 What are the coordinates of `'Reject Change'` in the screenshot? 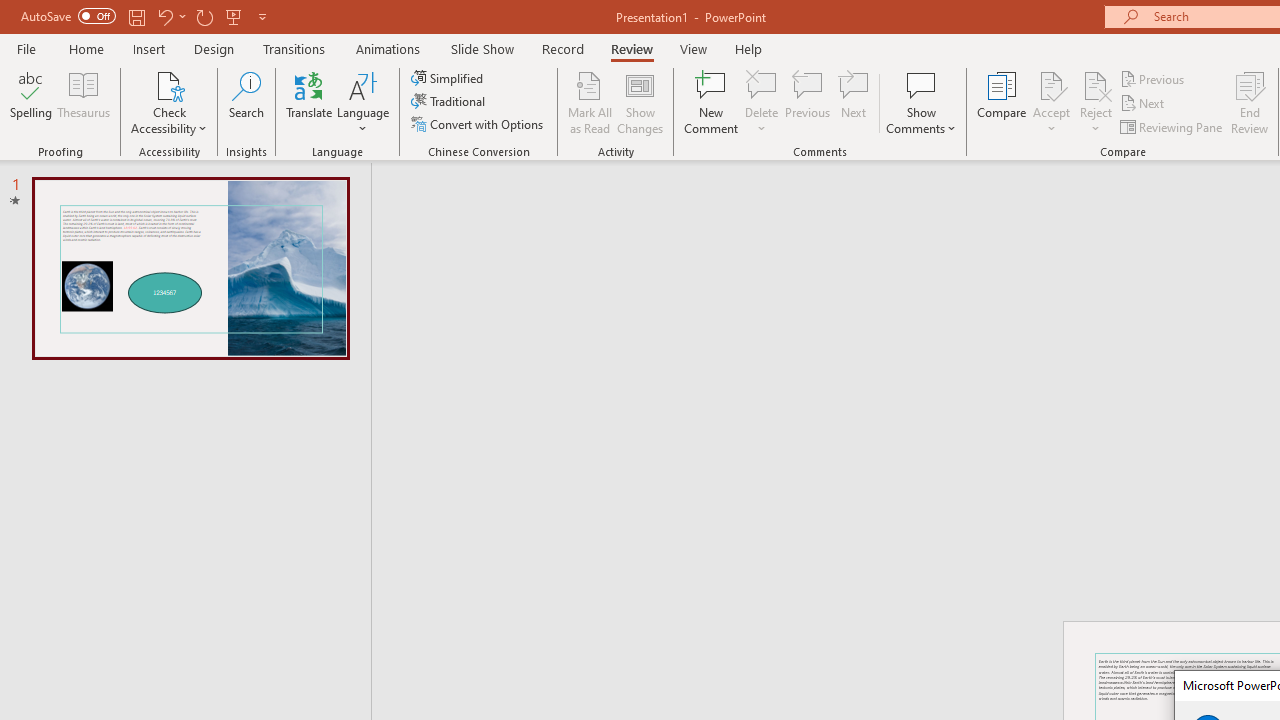 It's located at (1095, 84).